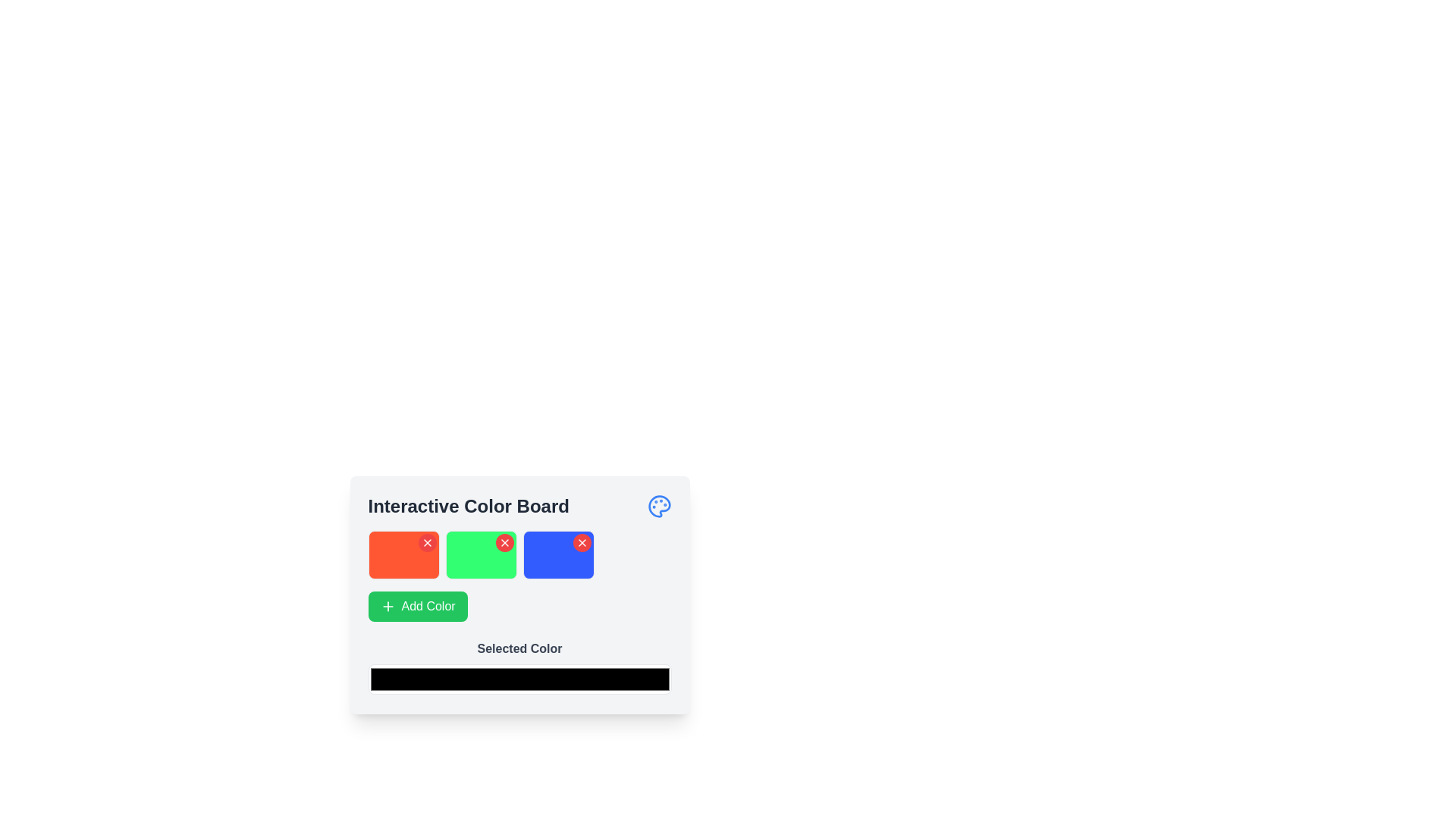 This screenshot has width=1456, height=819. What do you see at coordinates (519, 648) in the screenshot?
I see `the descriptive label for the color input field, which is centered horizontally above it` at bounding box center [519, 648].